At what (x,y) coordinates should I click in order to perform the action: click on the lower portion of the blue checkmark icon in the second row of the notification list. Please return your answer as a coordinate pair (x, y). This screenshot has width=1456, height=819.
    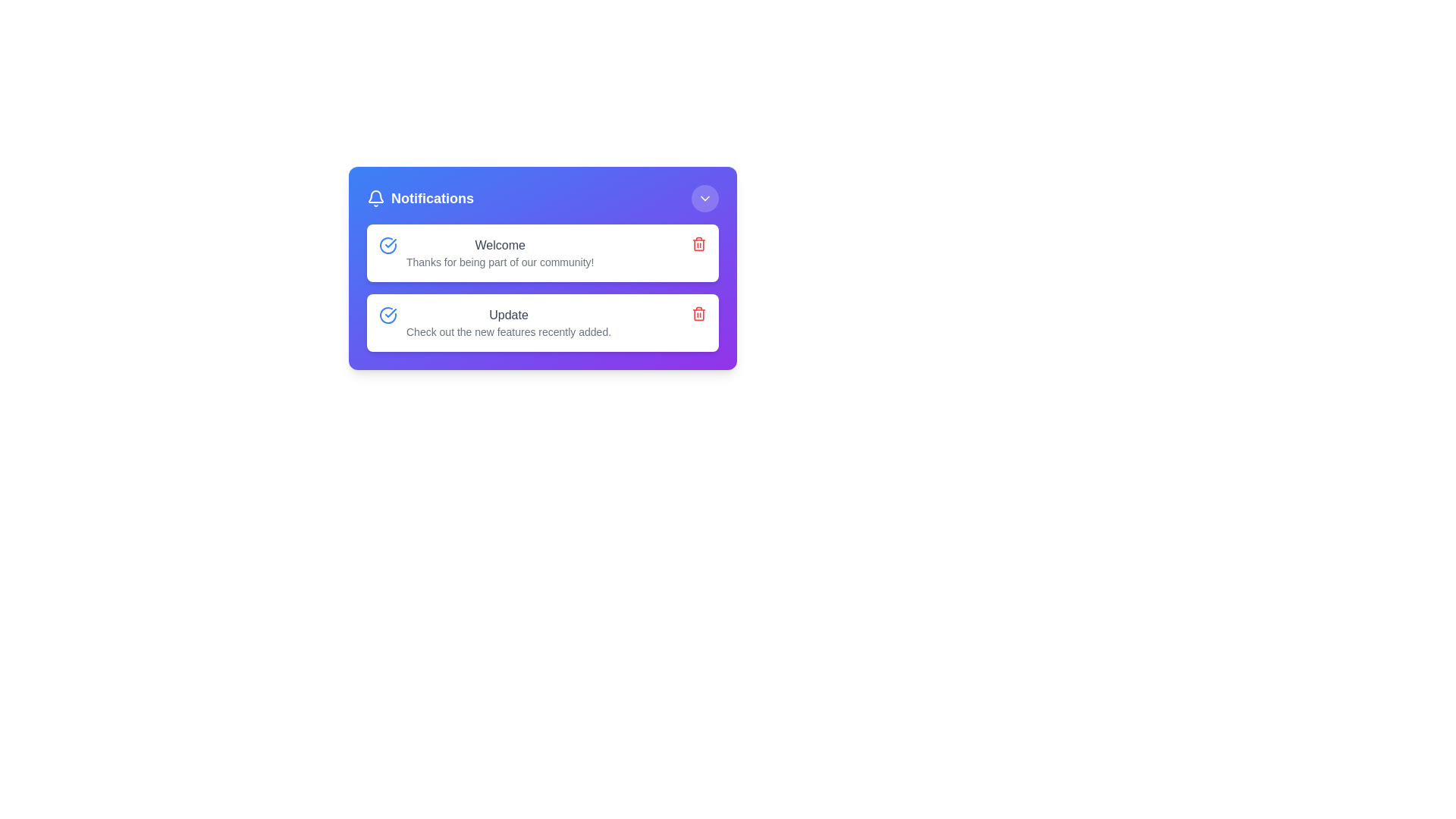
    Looking at the image, I should click on (391, 242).